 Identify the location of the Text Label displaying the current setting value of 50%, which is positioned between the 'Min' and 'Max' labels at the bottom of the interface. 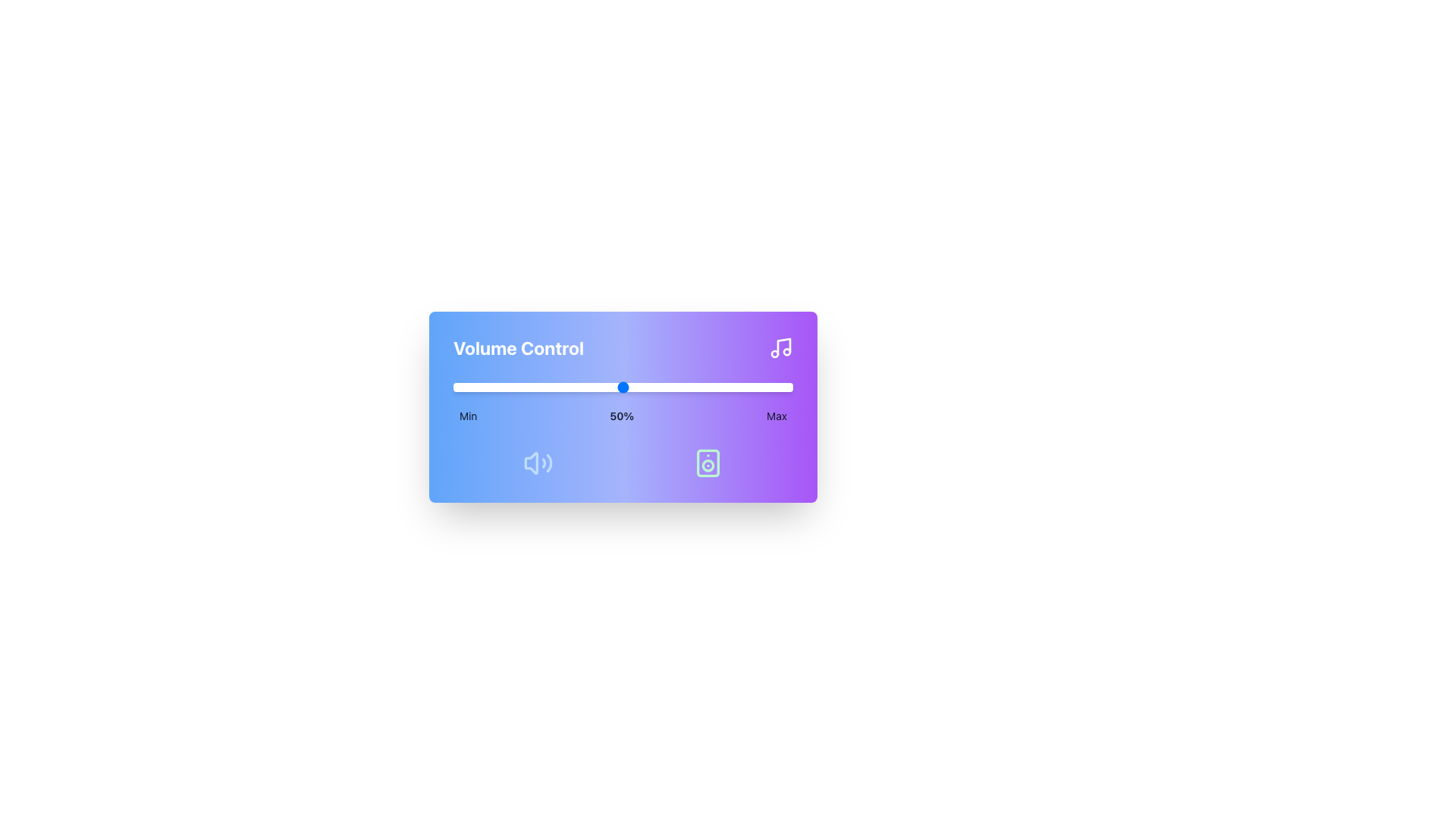
(622, 416).